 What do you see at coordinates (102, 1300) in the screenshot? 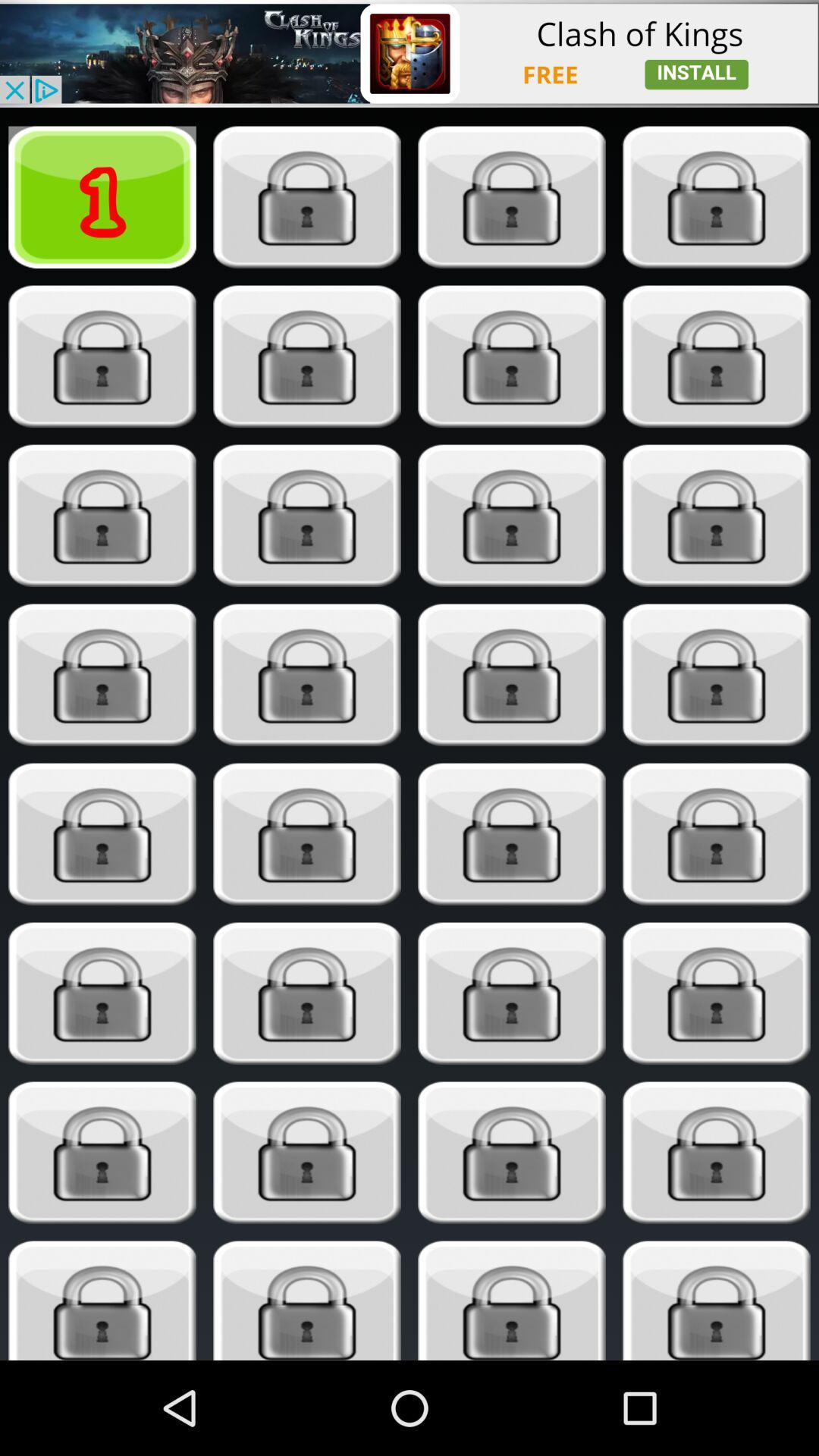
I see `unlock` at bounding box center [102, 1300].